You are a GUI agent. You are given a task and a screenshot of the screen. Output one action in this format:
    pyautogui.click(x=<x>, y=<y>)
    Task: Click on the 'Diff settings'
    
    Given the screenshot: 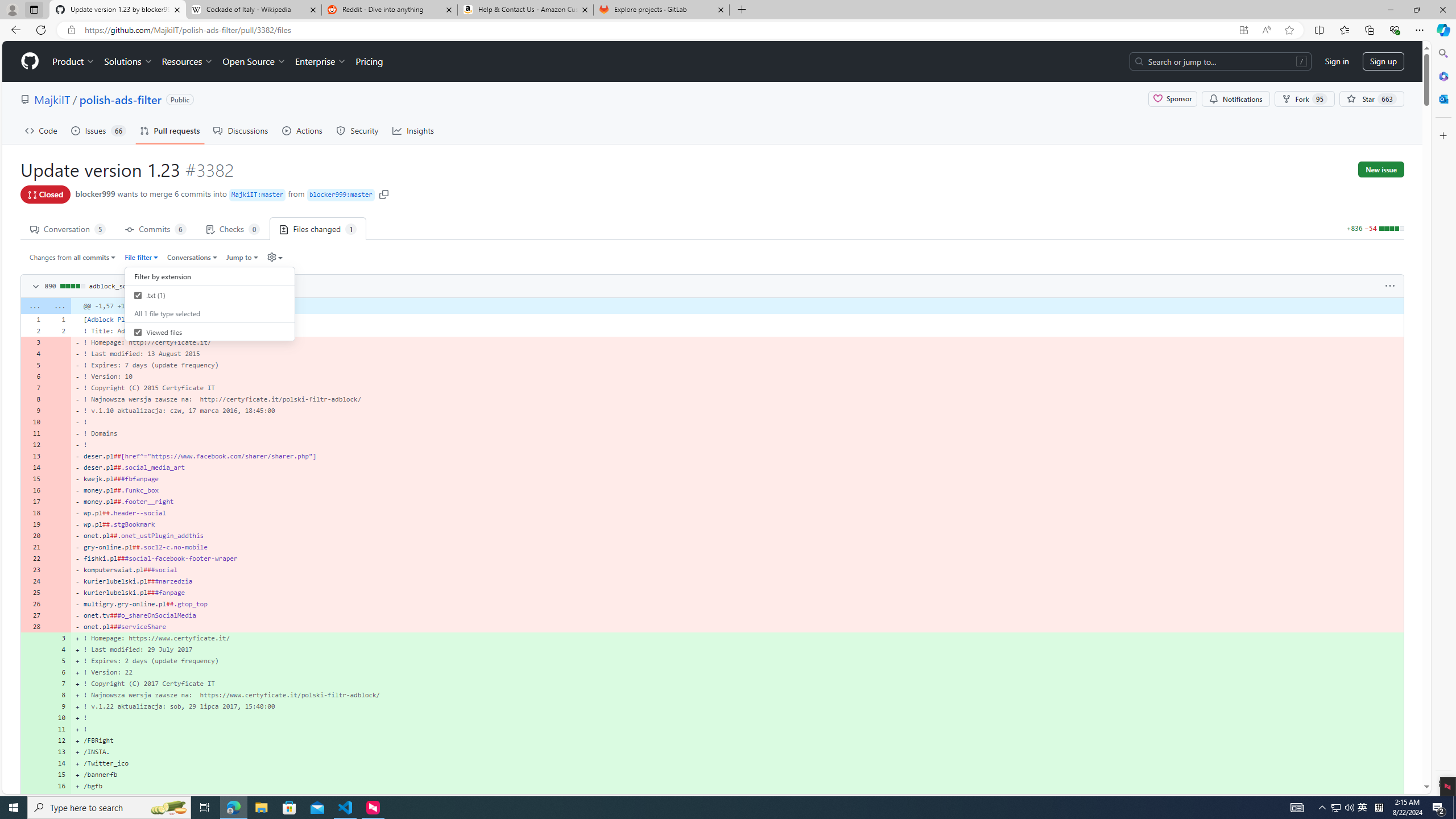 What is the action you would take?
    pyautogui.click(x=271, y=257)
    